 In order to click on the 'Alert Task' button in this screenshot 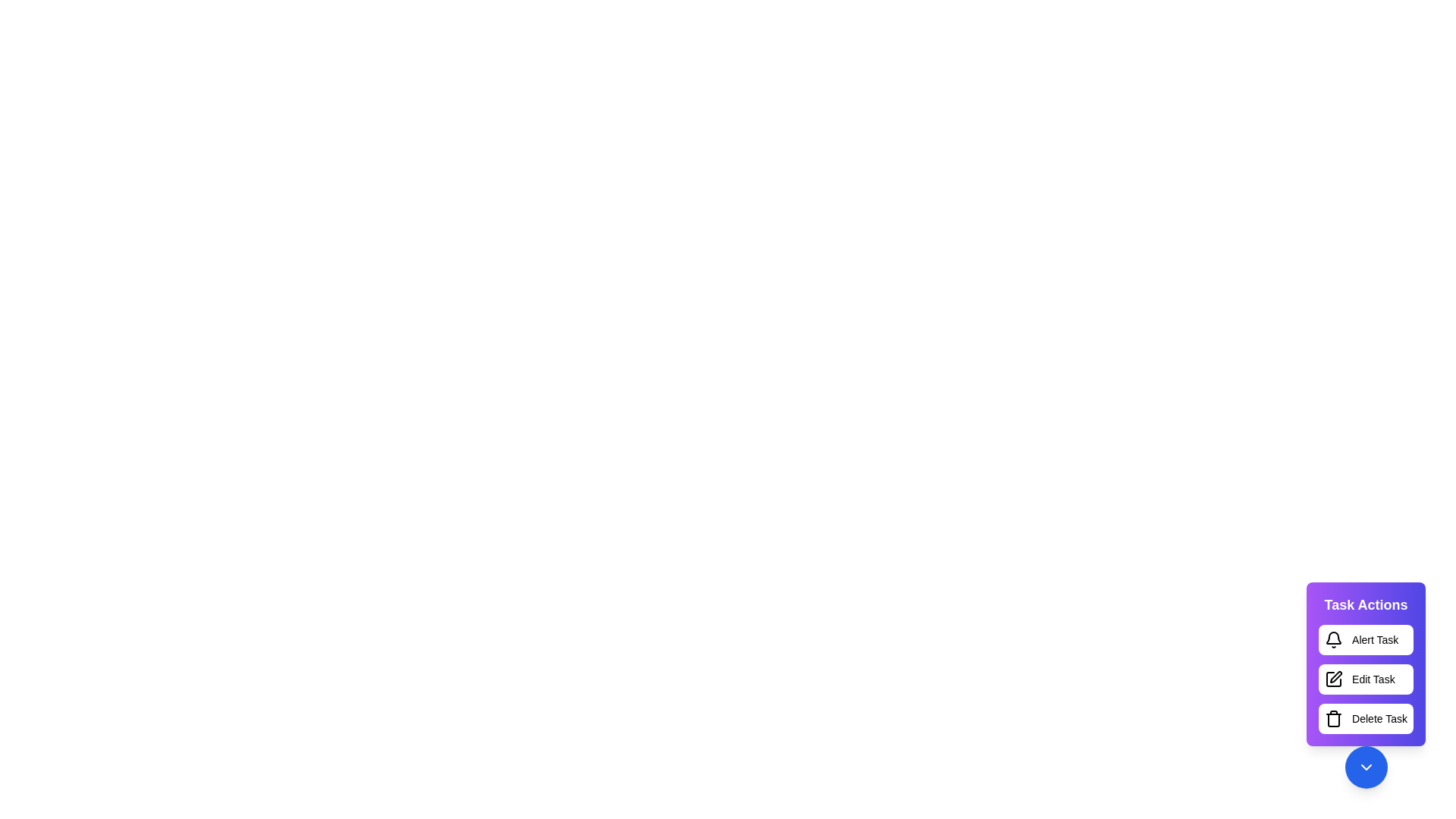, I will do `click(1366, 640)`.